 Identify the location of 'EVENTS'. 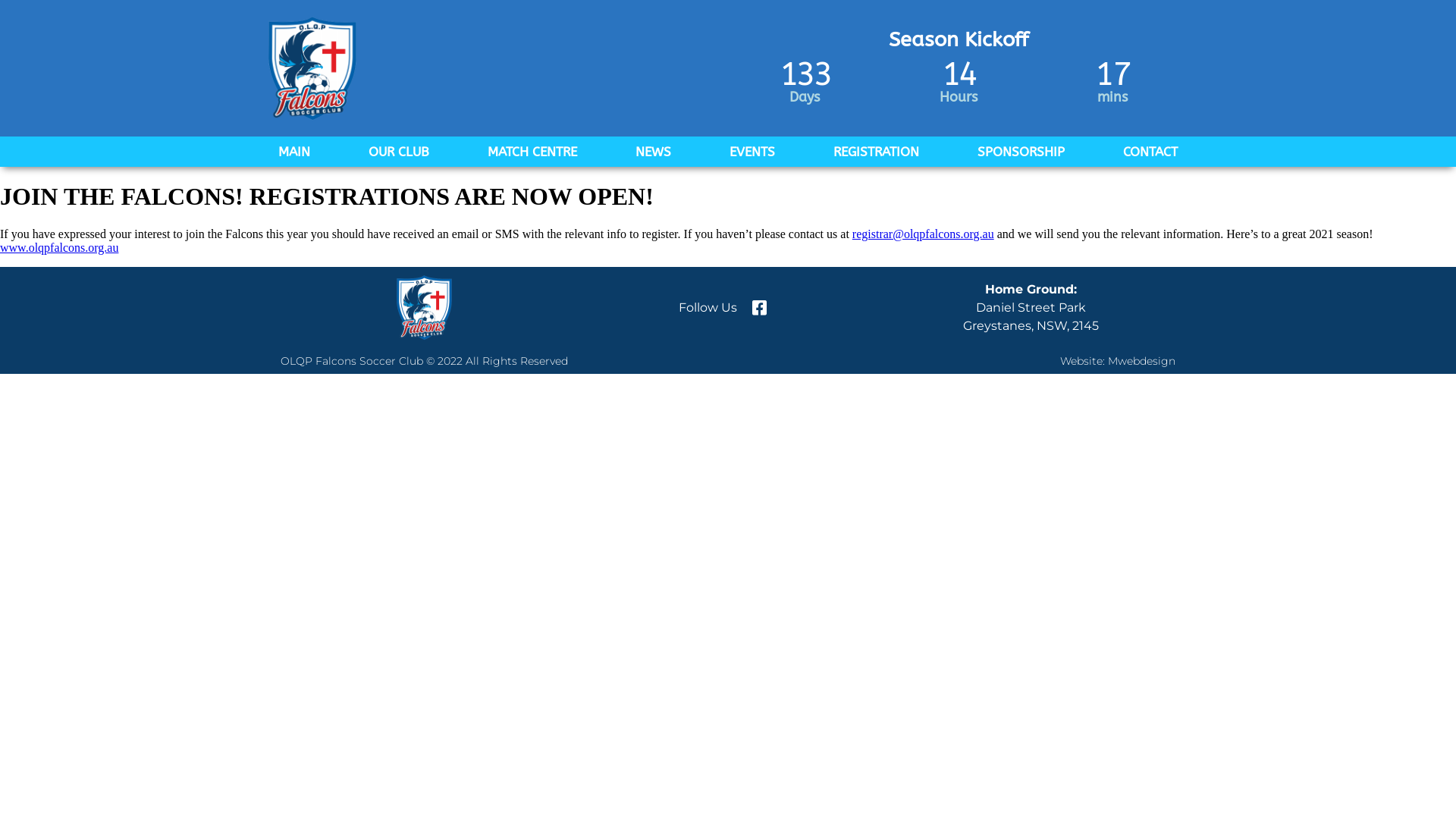
(708, 152).